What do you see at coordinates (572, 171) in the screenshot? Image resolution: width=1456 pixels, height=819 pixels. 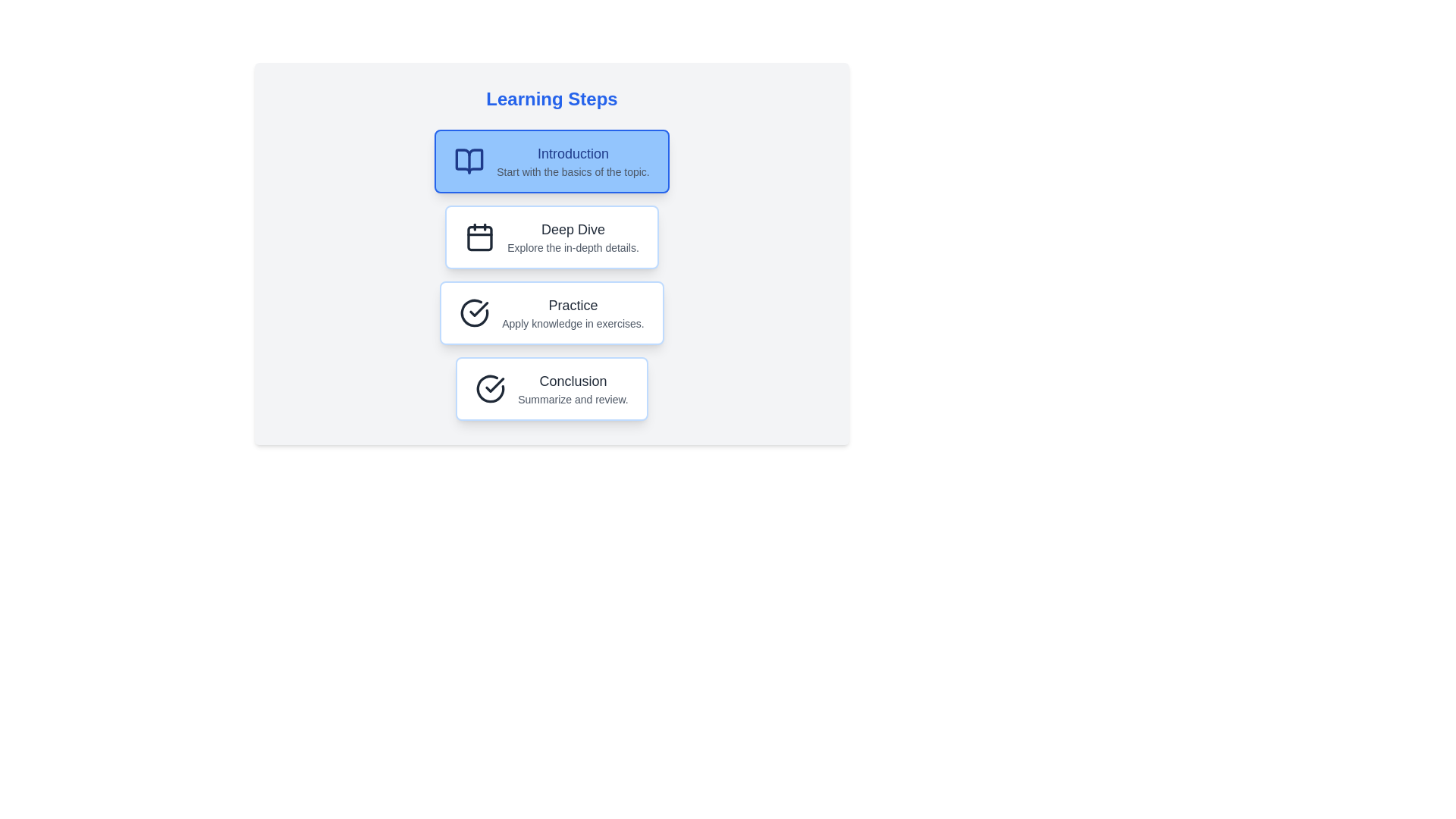 I see `the text description located directly below the 'Introduction' section, within the topmost rectangular section highlighted with a blue outline and an open book icon` at bounding box center [572, 171].